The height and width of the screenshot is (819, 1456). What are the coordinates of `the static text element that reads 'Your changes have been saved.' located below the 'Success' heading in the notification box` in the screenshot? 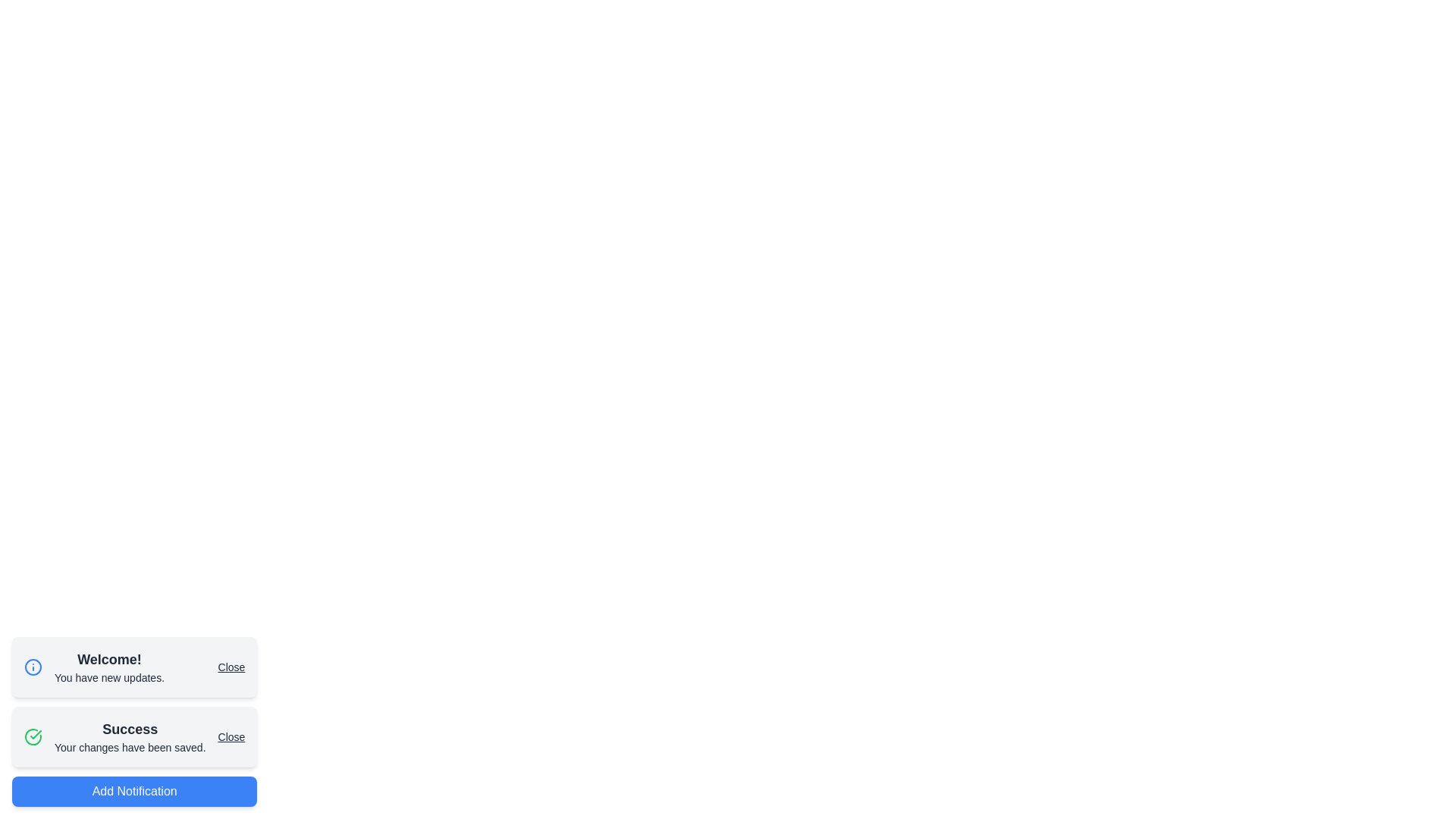 It's located at (130, 747).